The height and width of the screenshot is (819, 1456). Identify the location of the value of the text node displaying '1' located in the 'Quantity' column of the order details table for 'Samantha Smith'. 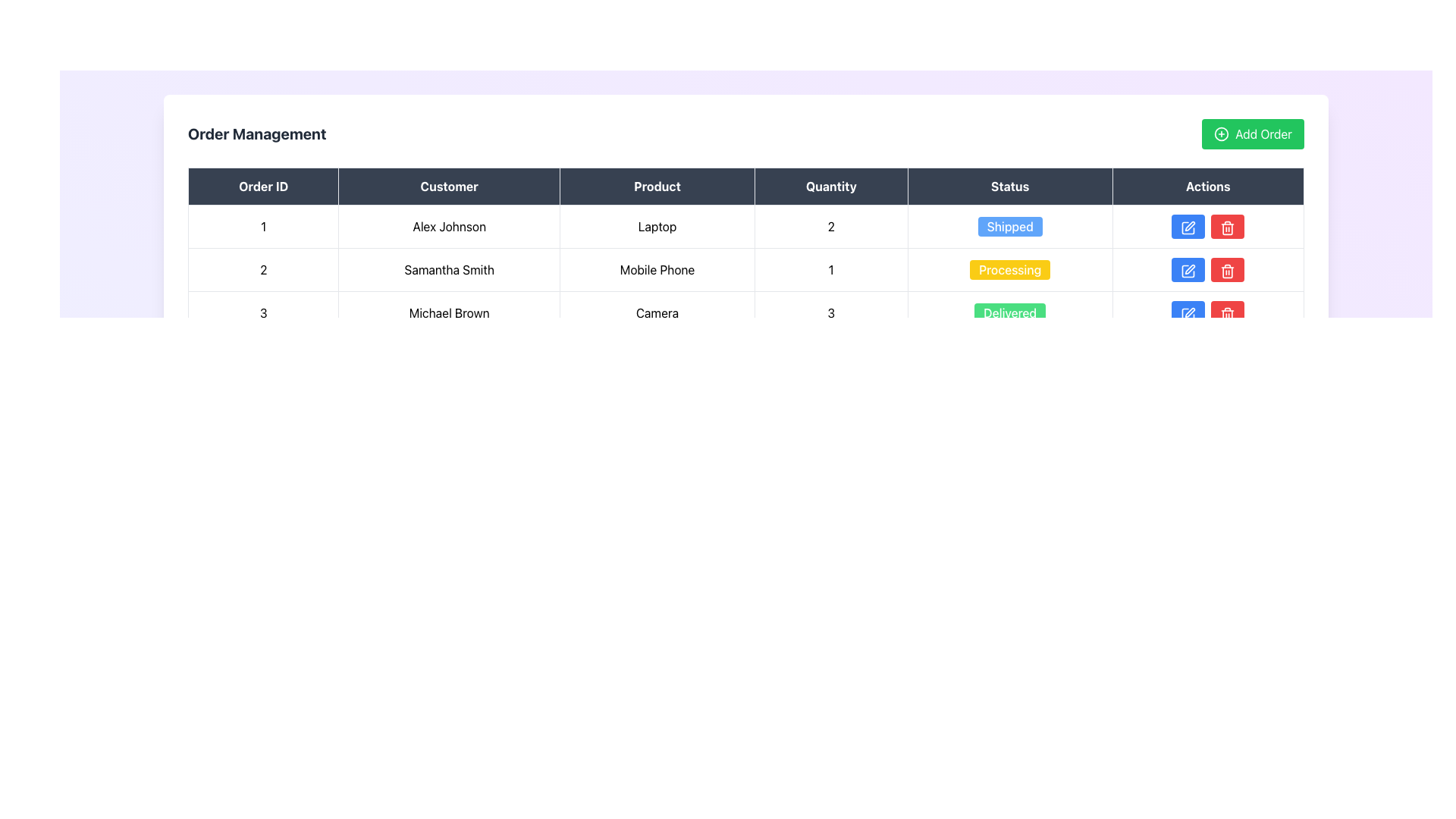
(830, 268).